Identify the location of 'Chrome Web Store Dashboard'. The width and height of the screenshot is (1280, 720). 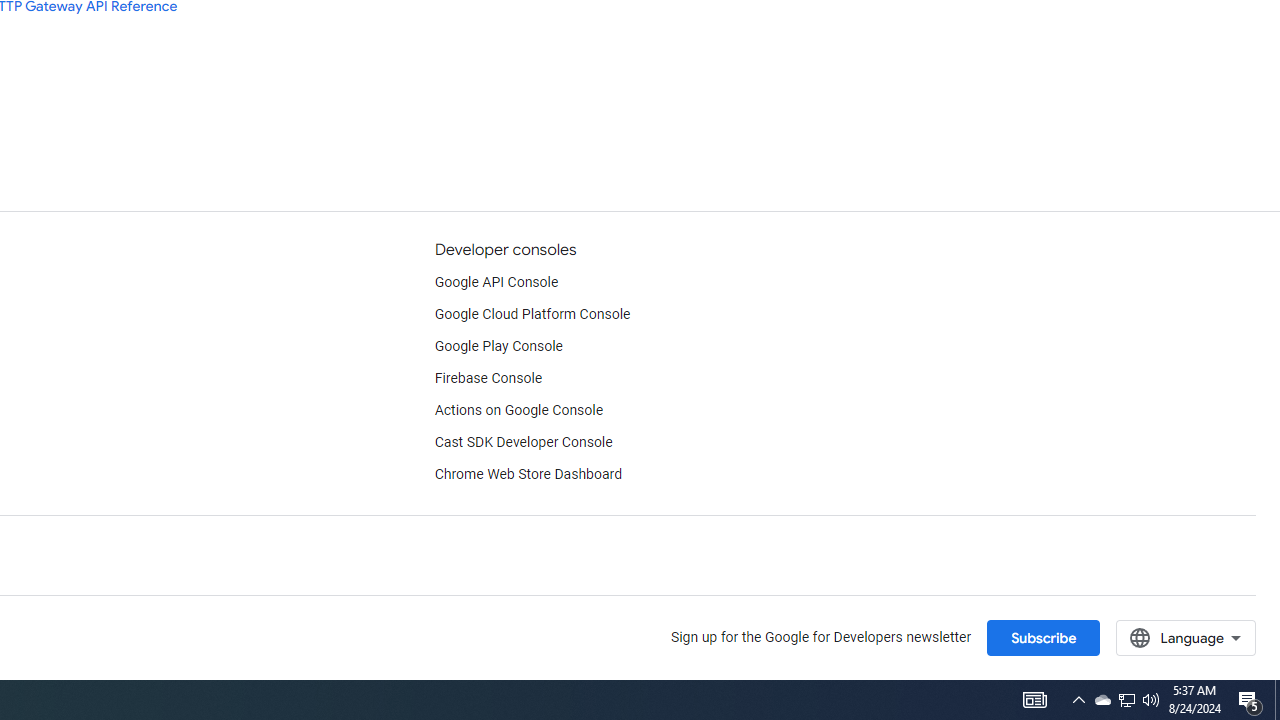
(528, 475).